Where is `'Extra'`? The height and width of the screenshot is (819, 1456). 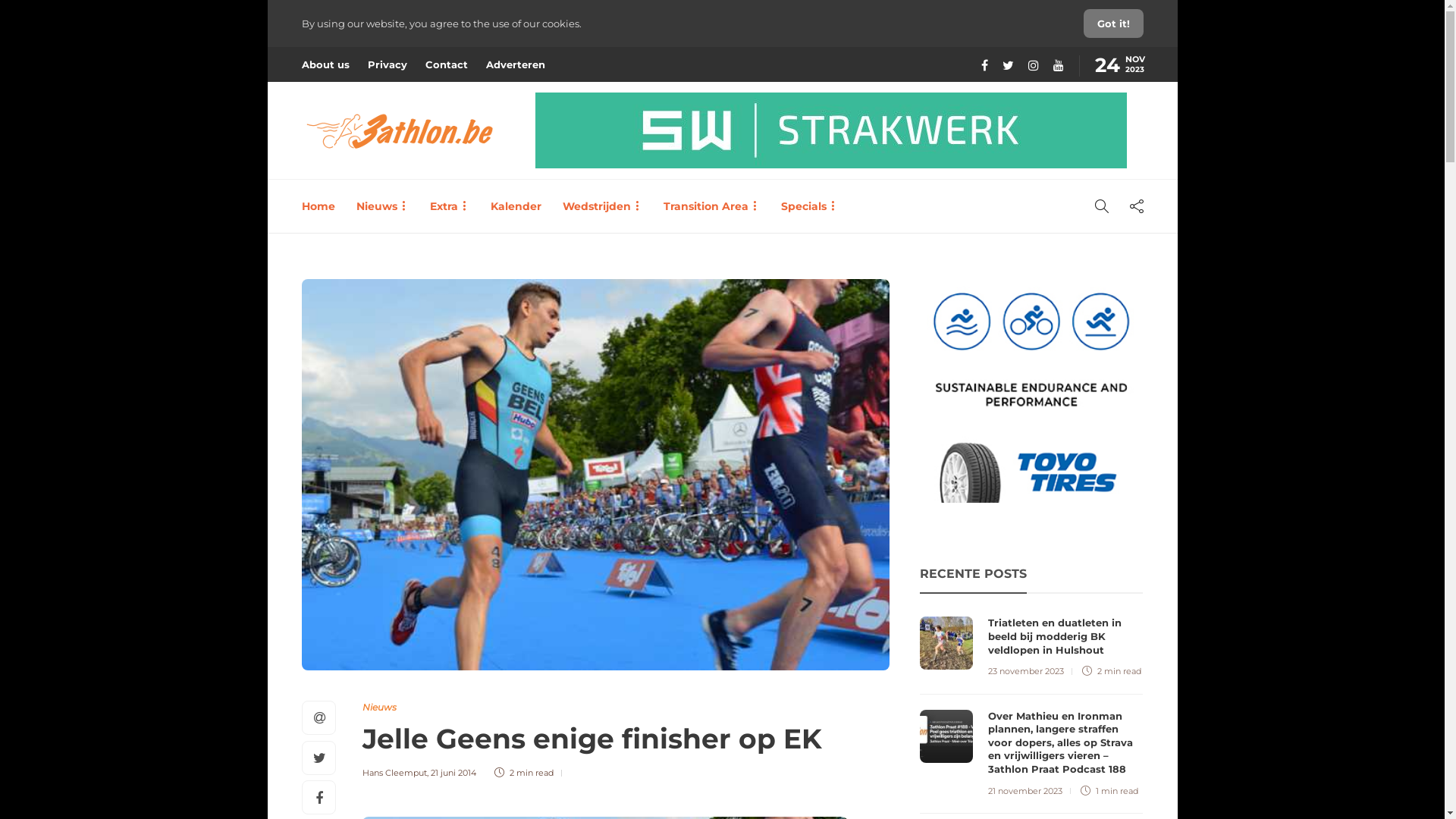
'Extra' is located at coordinates (428, 206).